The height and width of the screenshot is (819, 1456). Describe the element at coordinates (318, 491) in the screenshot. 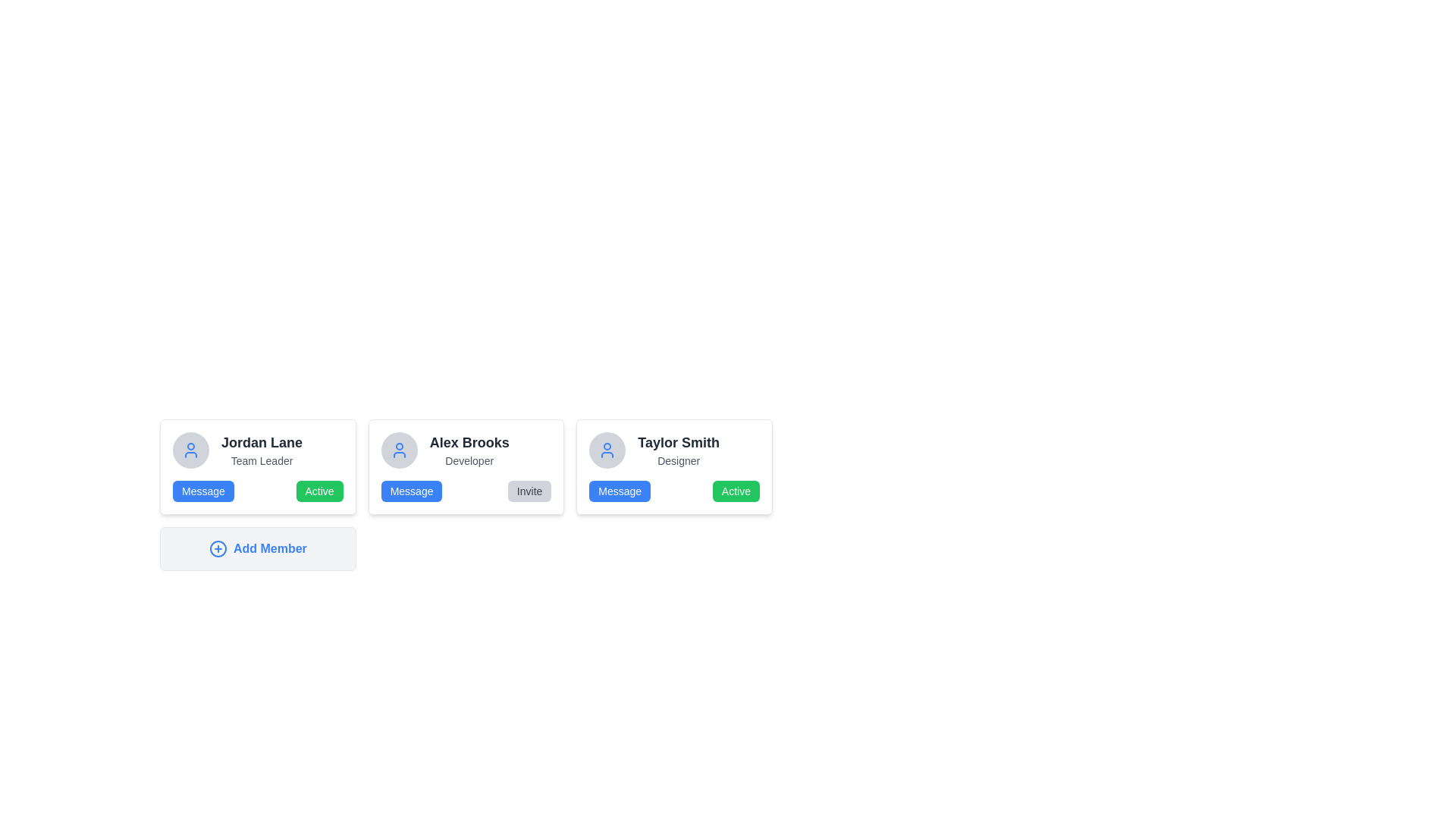

I see `the active status button for 'Jordan Lane', the Team Leader` at that location.